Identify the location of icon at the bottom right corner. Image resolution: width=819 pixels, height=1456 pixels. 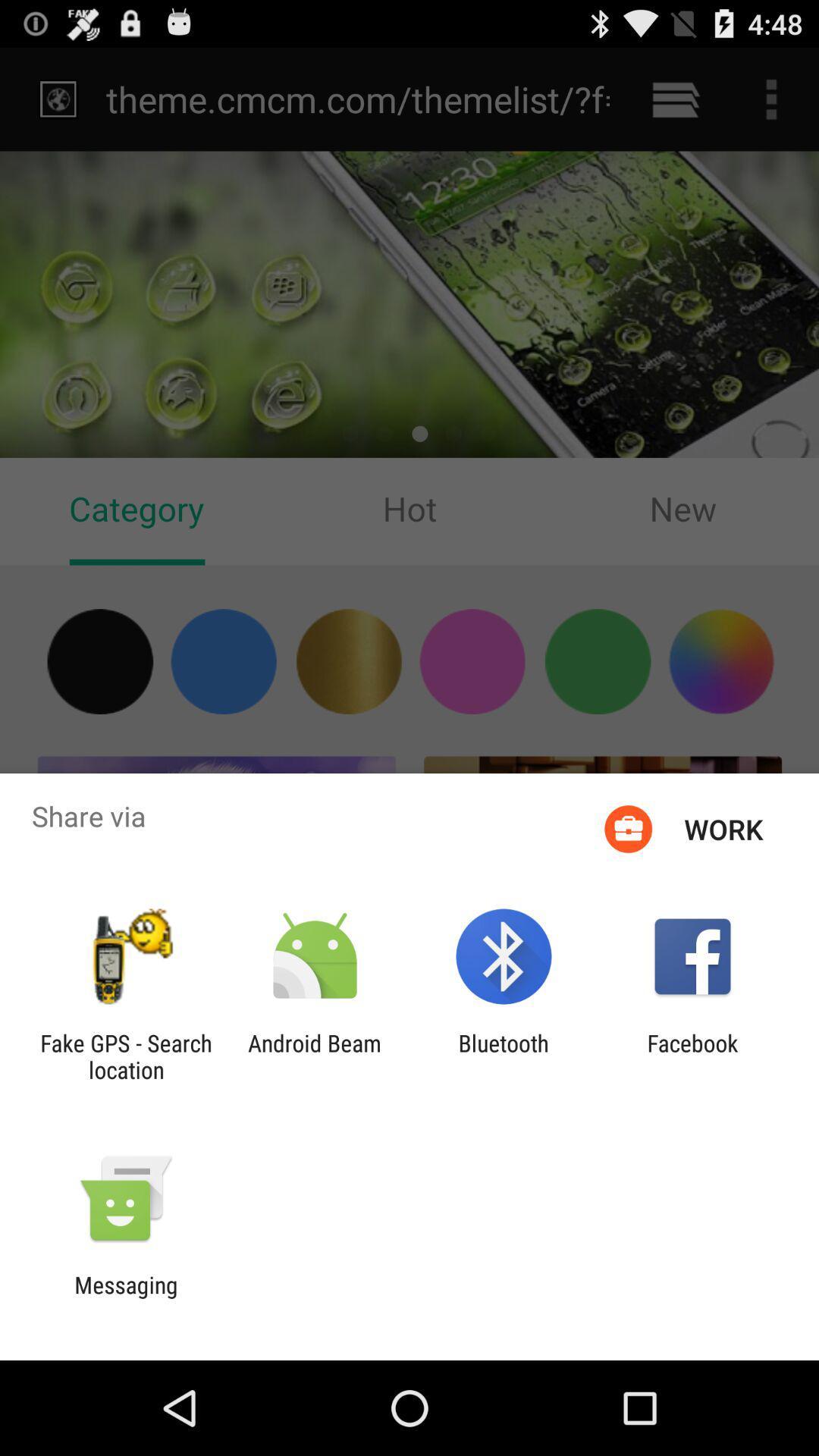
(692, 1056).